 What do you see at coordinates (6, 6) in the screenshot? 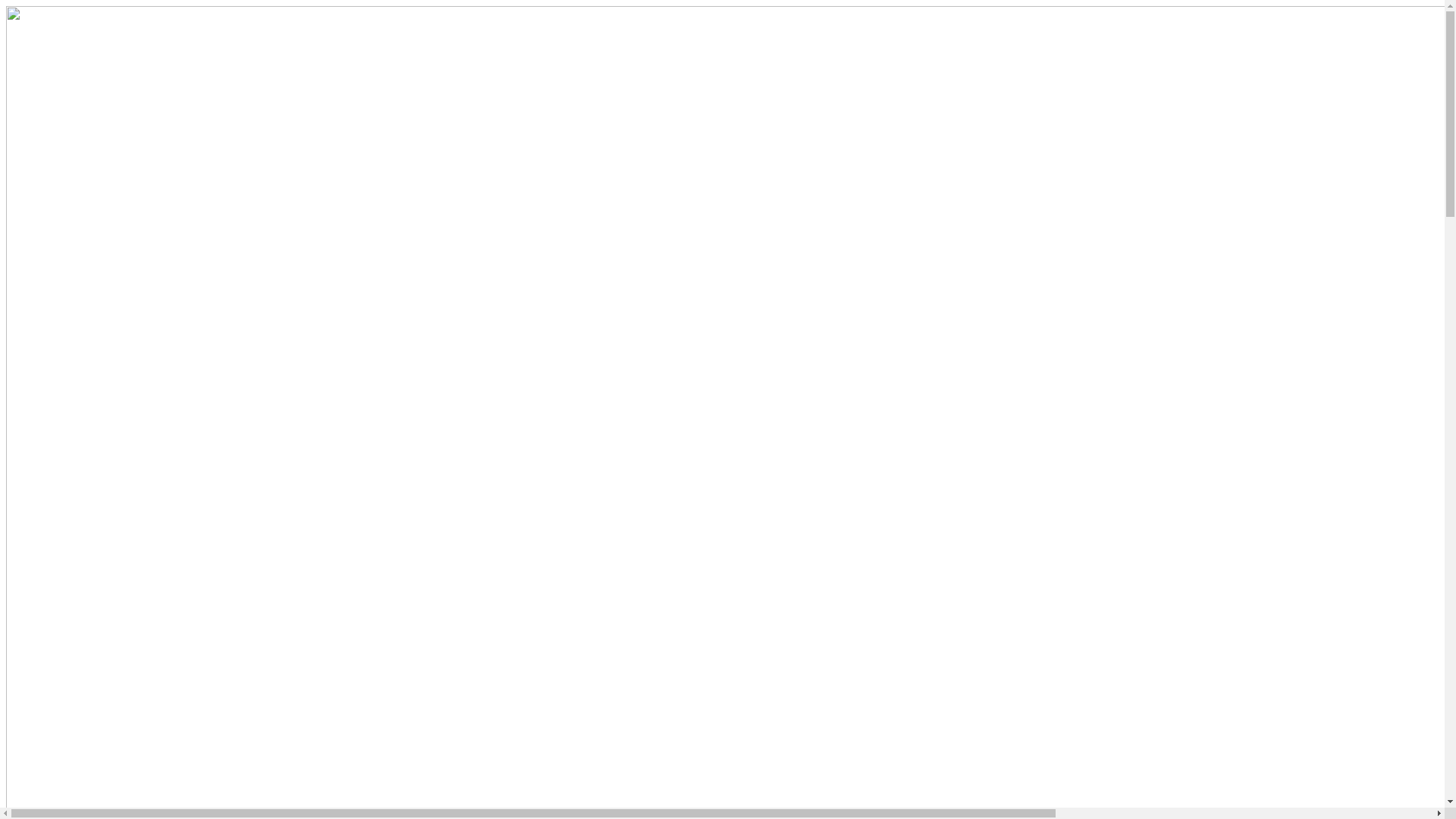
I see `'Skip to content'` at bounding box center [6, 6].